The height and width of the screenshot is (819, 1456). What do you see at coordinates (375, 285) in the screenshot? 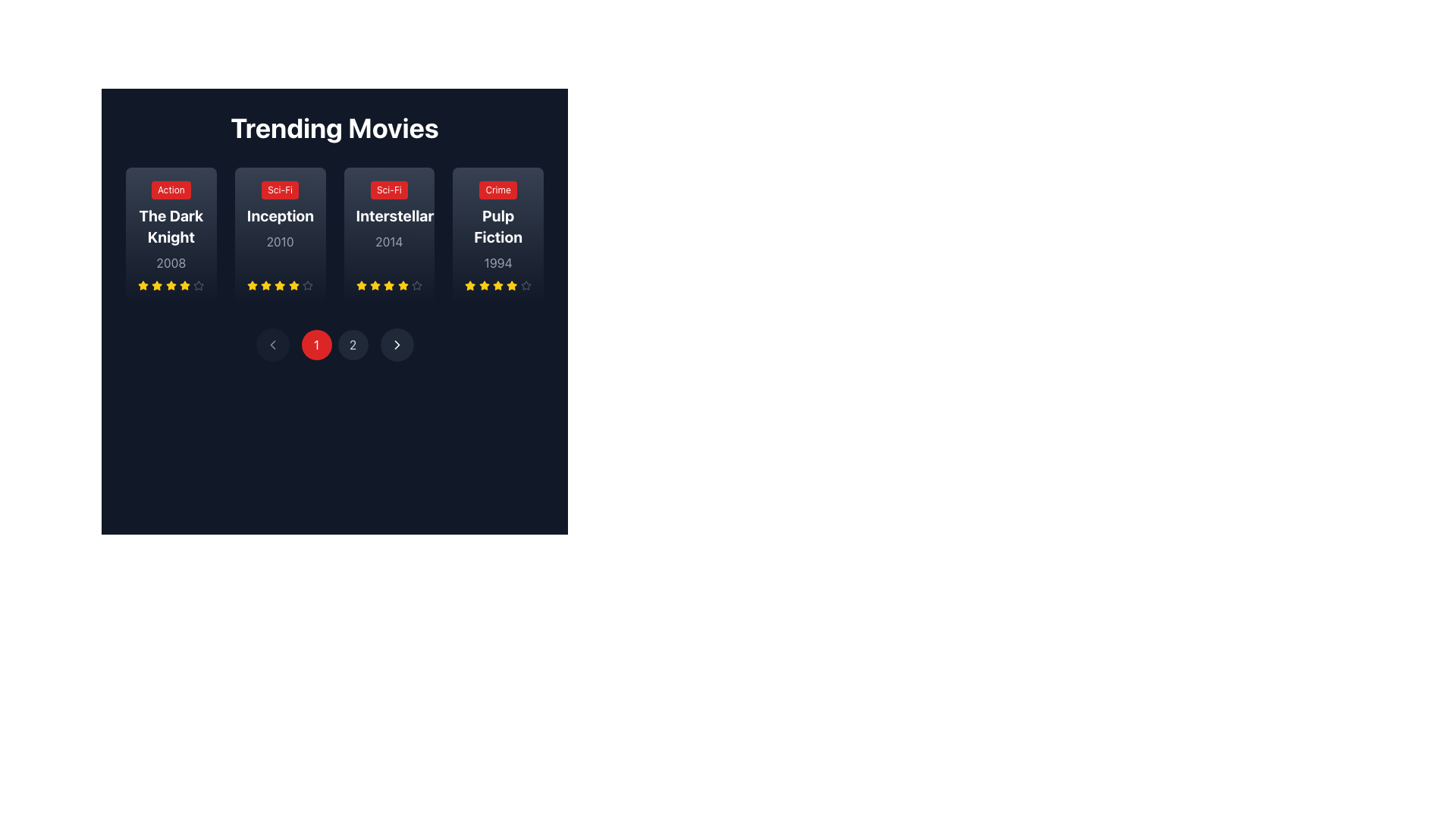
I see `the third yellow star icon in the rating component for the movie 'Interstellar'` at bounding box center [375, 285].